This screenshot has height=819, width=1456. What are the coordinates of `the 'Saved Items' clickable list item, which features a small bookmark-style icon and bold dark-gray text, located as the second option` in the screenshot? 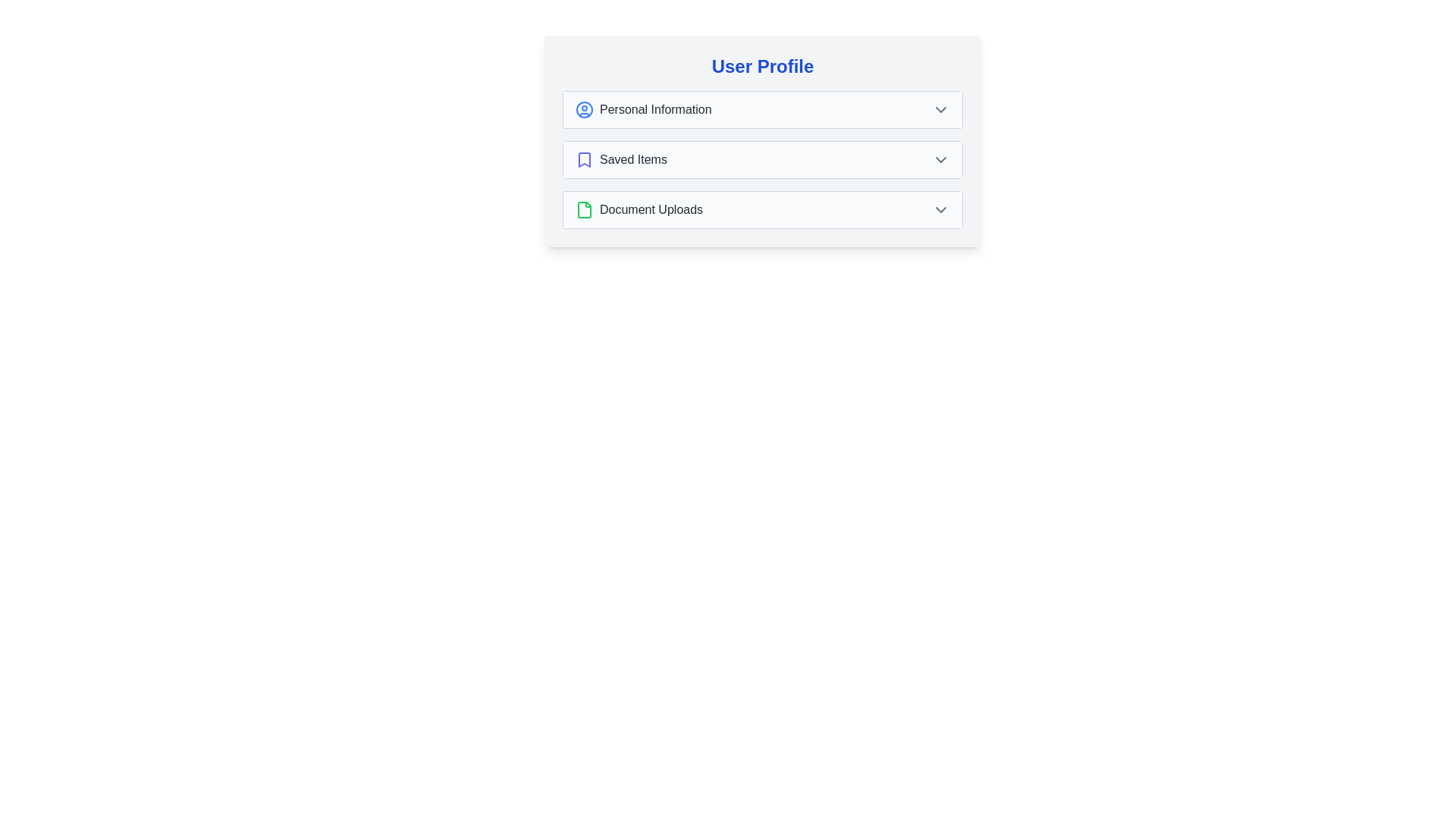 It's located at (621, 160).